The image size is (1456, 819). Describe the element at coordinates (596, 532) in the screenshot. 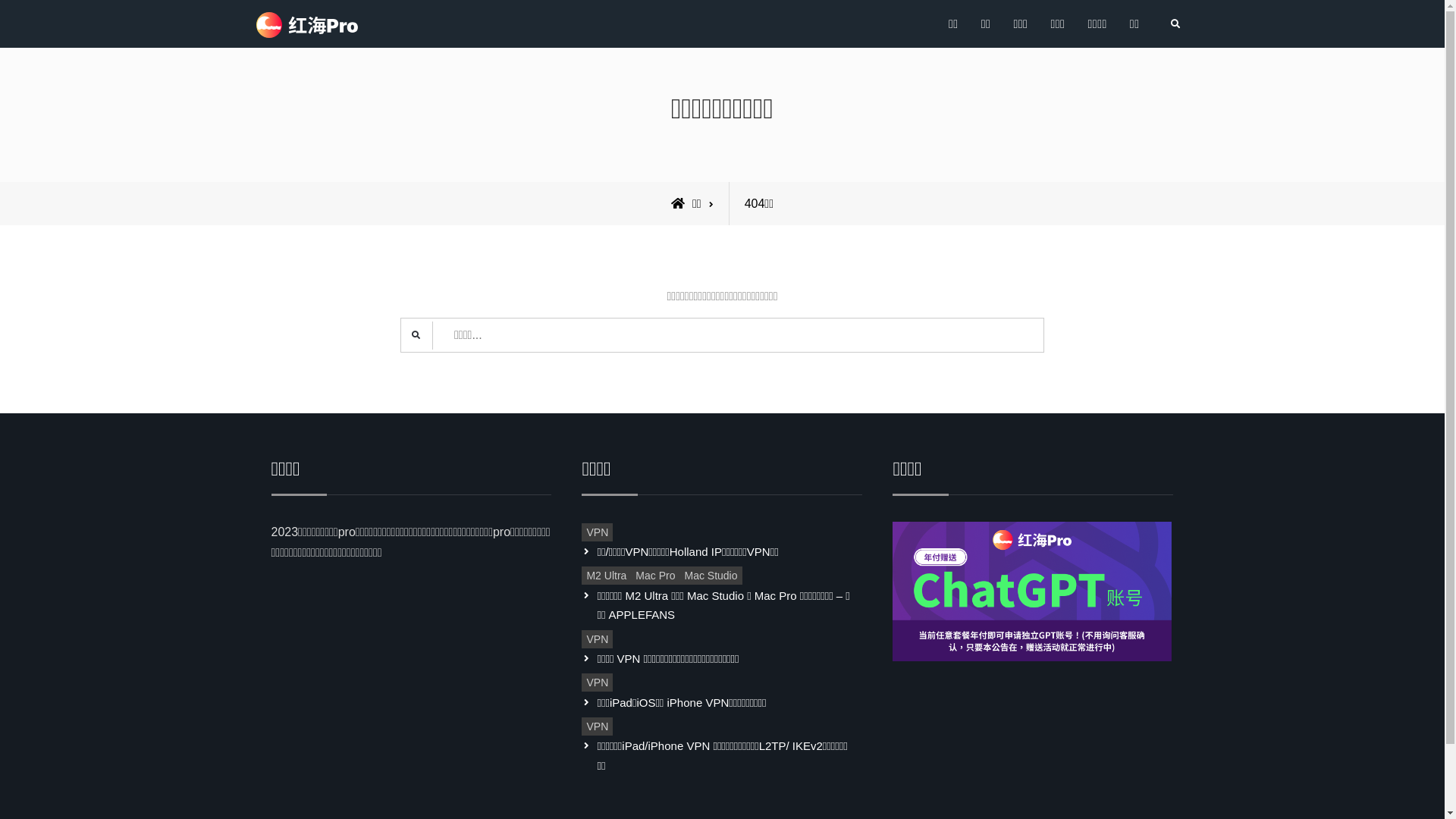

I see `'VPN'` at that location.